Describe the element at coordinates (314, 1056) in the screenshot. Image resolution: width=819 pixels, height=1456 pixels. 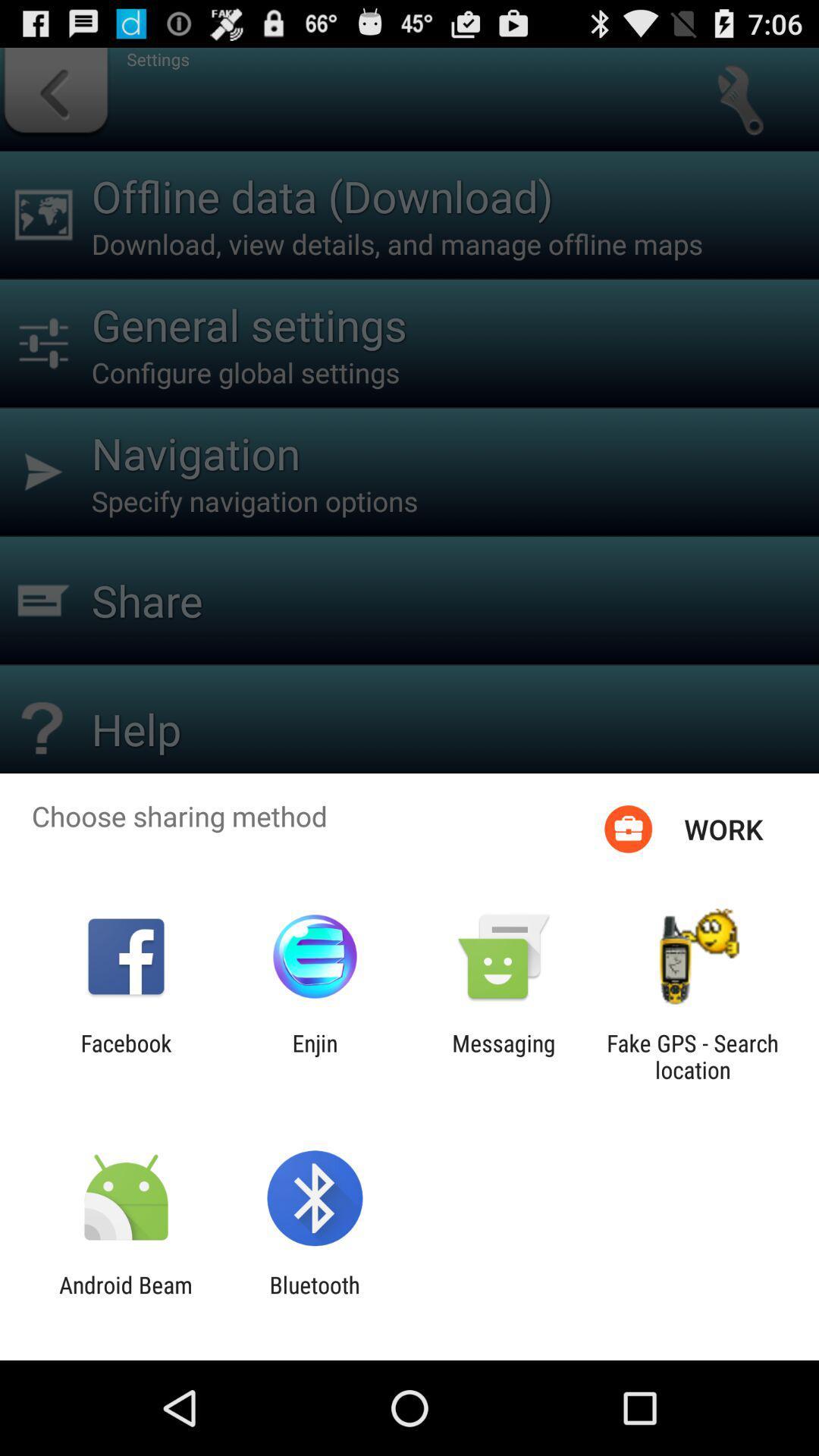
I see `item to the left of the messaging app` at that location.